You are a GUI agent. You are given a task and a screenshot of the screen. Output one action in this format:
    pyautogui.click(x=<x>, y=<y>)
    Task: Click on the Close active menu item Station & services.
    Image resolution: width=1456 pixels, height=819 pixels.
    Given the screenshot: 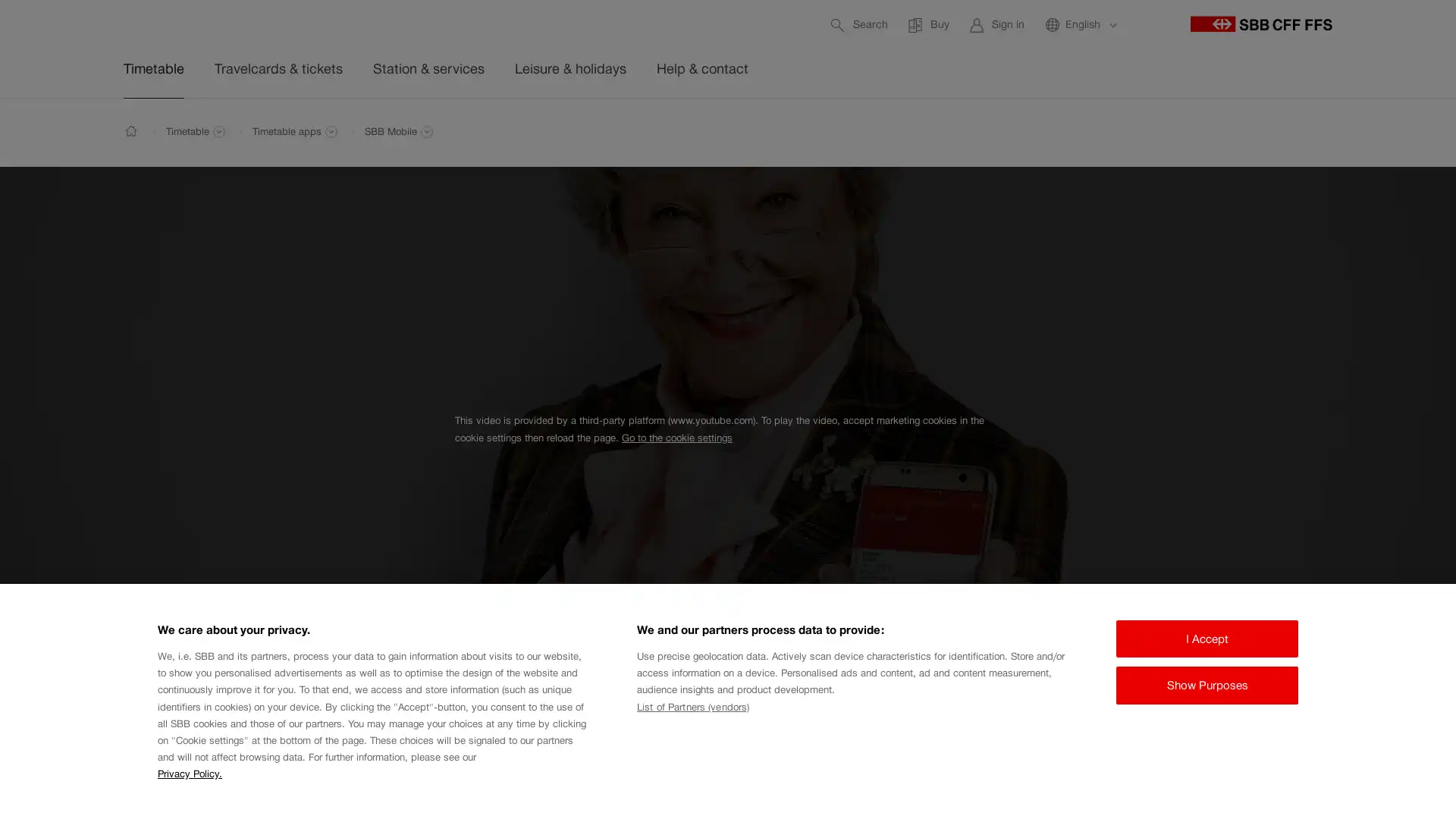 What is the action you would take?
    pyautogui.click(x=1350, y=133)
    